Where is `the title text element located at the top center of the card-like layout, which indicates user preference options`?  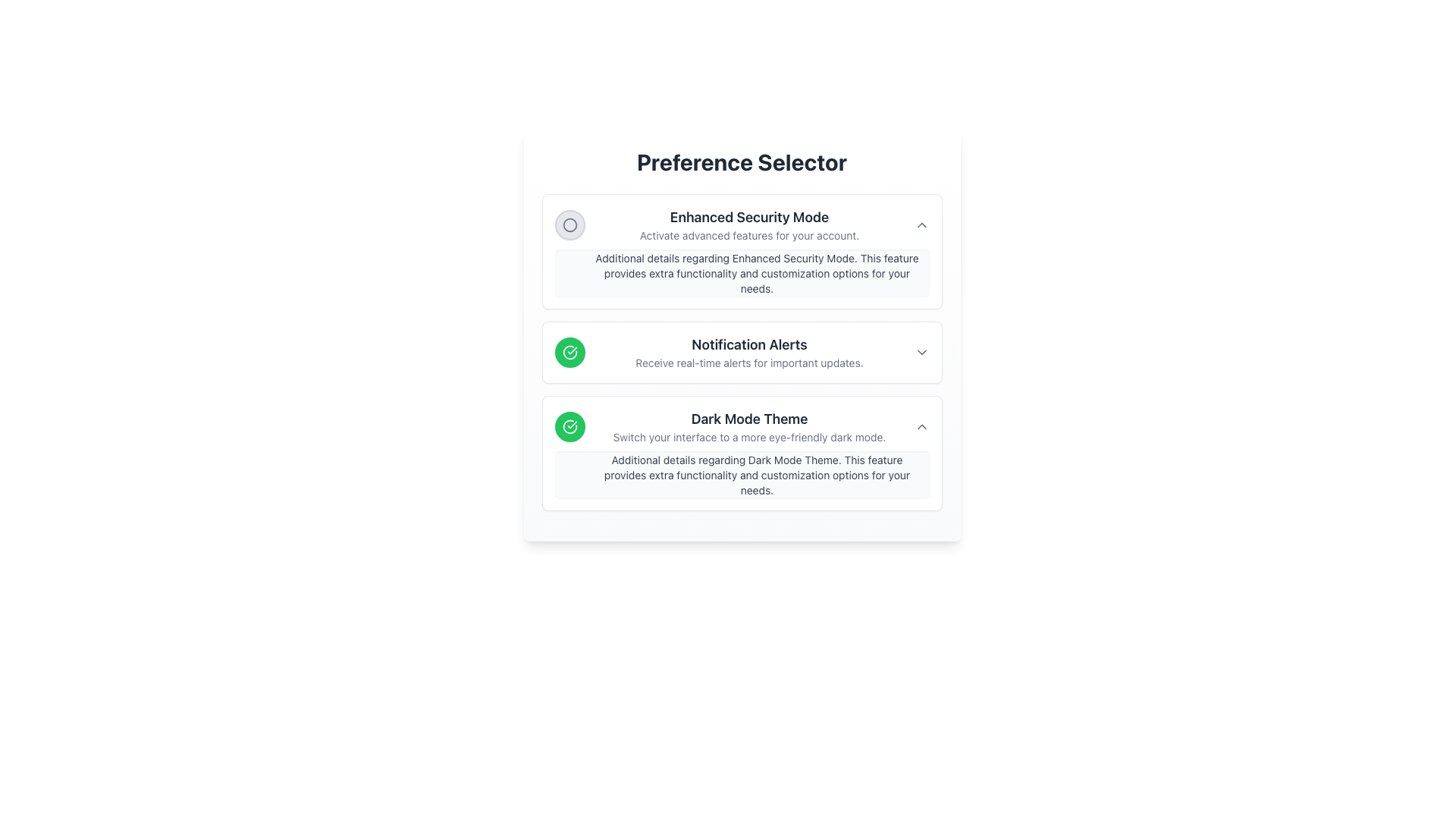 the title text element located at the top center of the card-like layout, which indicates user preference options is located at coordinates (742, 162).